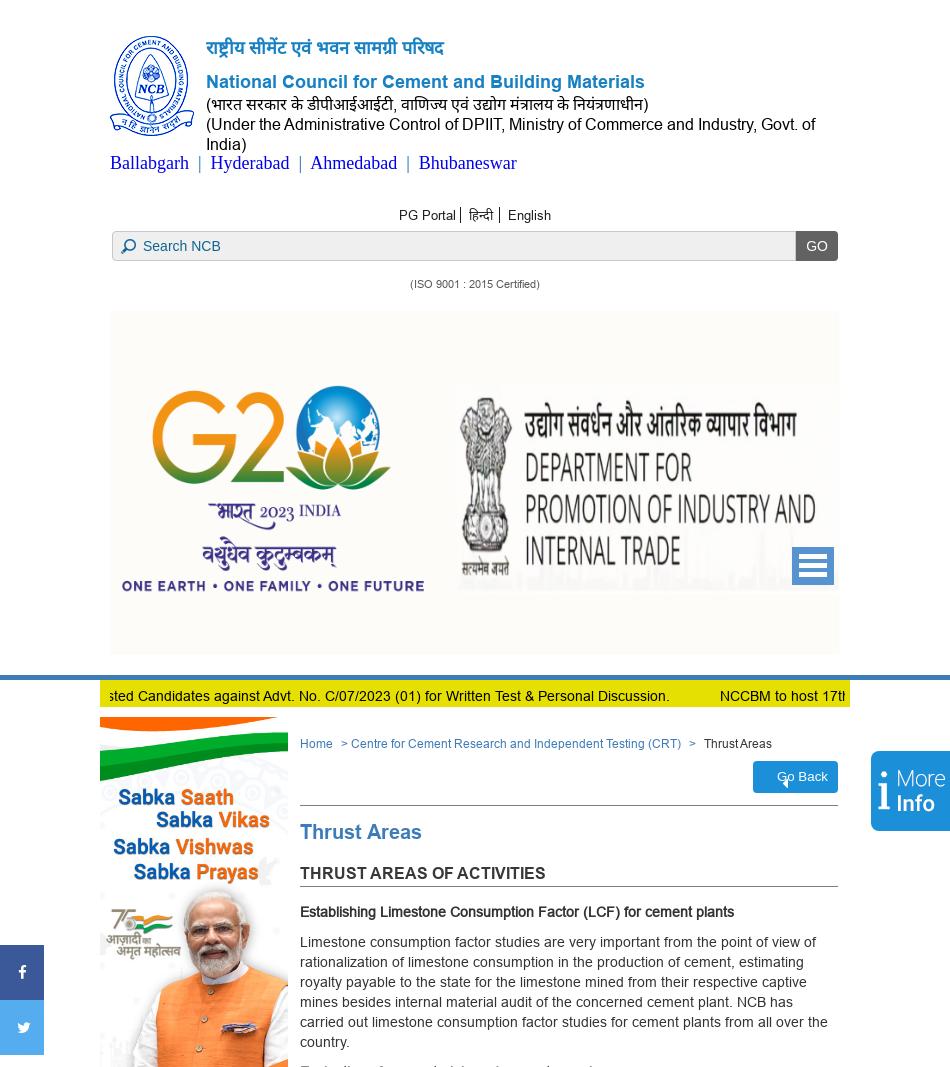 The height and width of the screenshot is (1067, 950). What do you see at coordinates (800, 774) in the screenshot?
I see `'Go Back'` at bounding box center [800, 774].